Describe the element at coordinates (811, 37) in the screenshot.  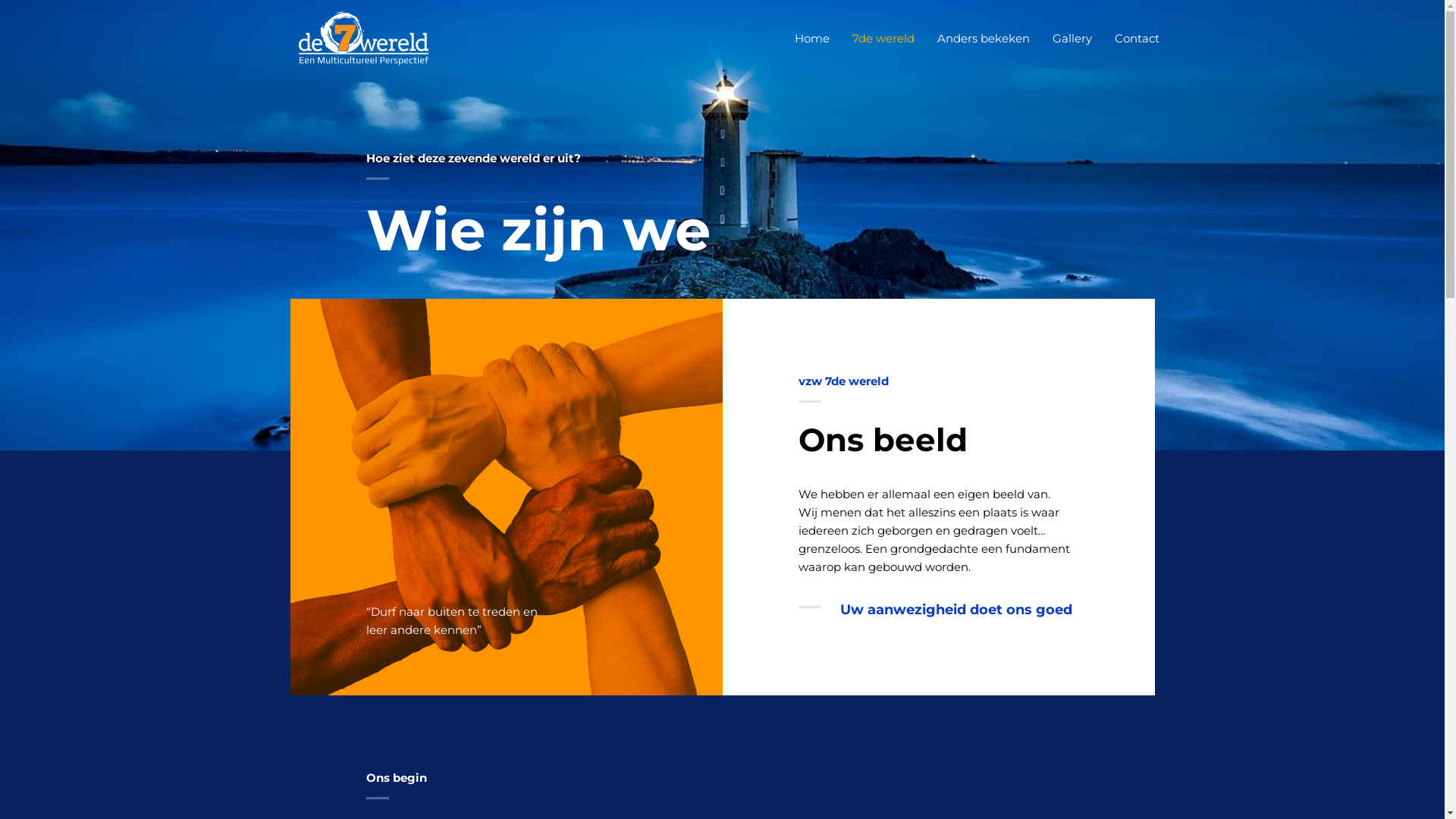
I see `'Home'` at that location.